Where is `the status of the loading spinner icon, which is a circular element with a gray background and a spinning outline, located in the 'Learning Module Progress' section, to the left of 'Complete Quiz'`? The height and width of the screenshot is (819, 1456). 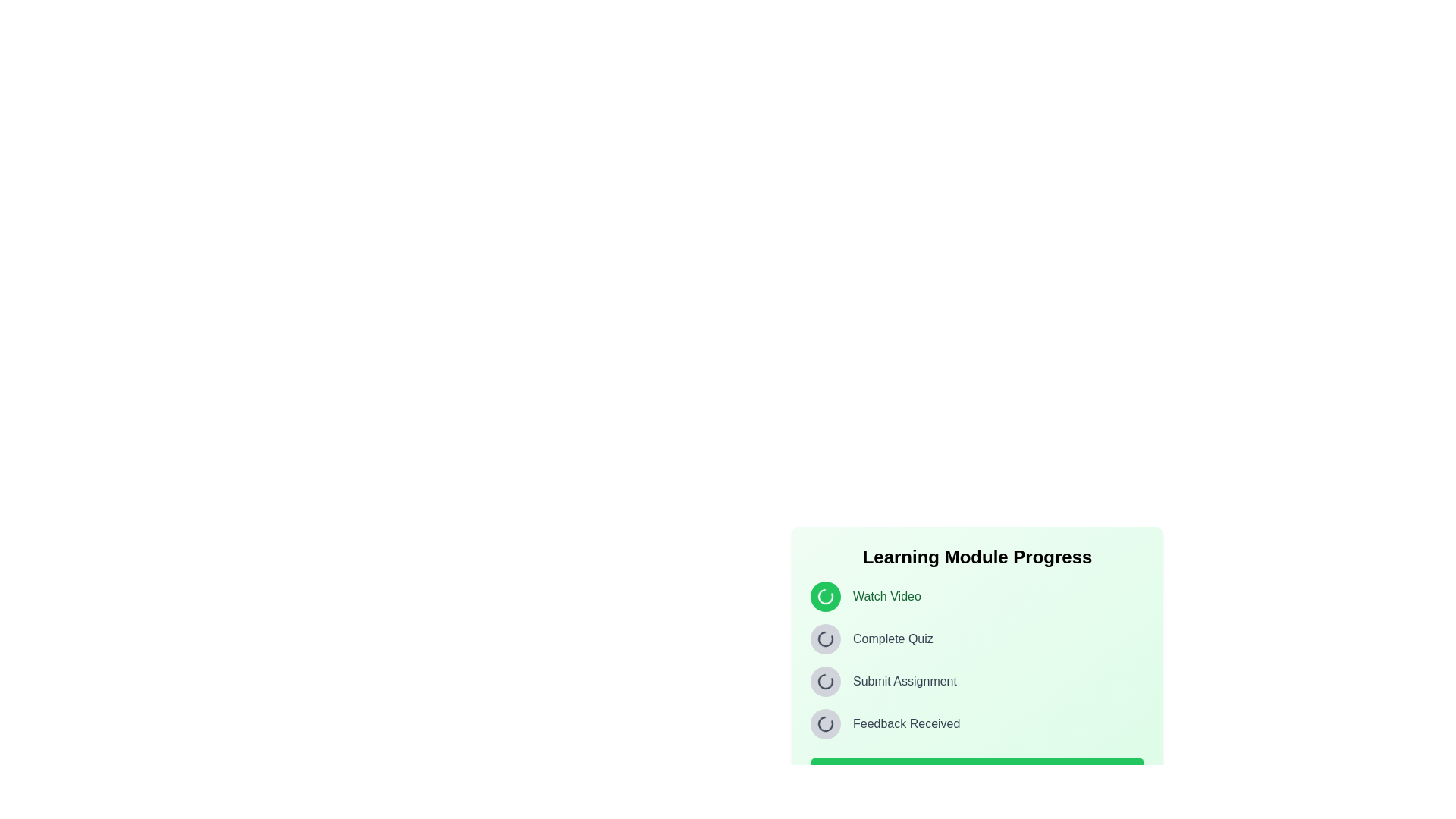 the status of the loading spinner icon, which is a circular element with a gray background and a spinning outline, located in the 'Learning Module Progress' section, to the left of 'Complete Quiz' is located at coordinates (825, 639).